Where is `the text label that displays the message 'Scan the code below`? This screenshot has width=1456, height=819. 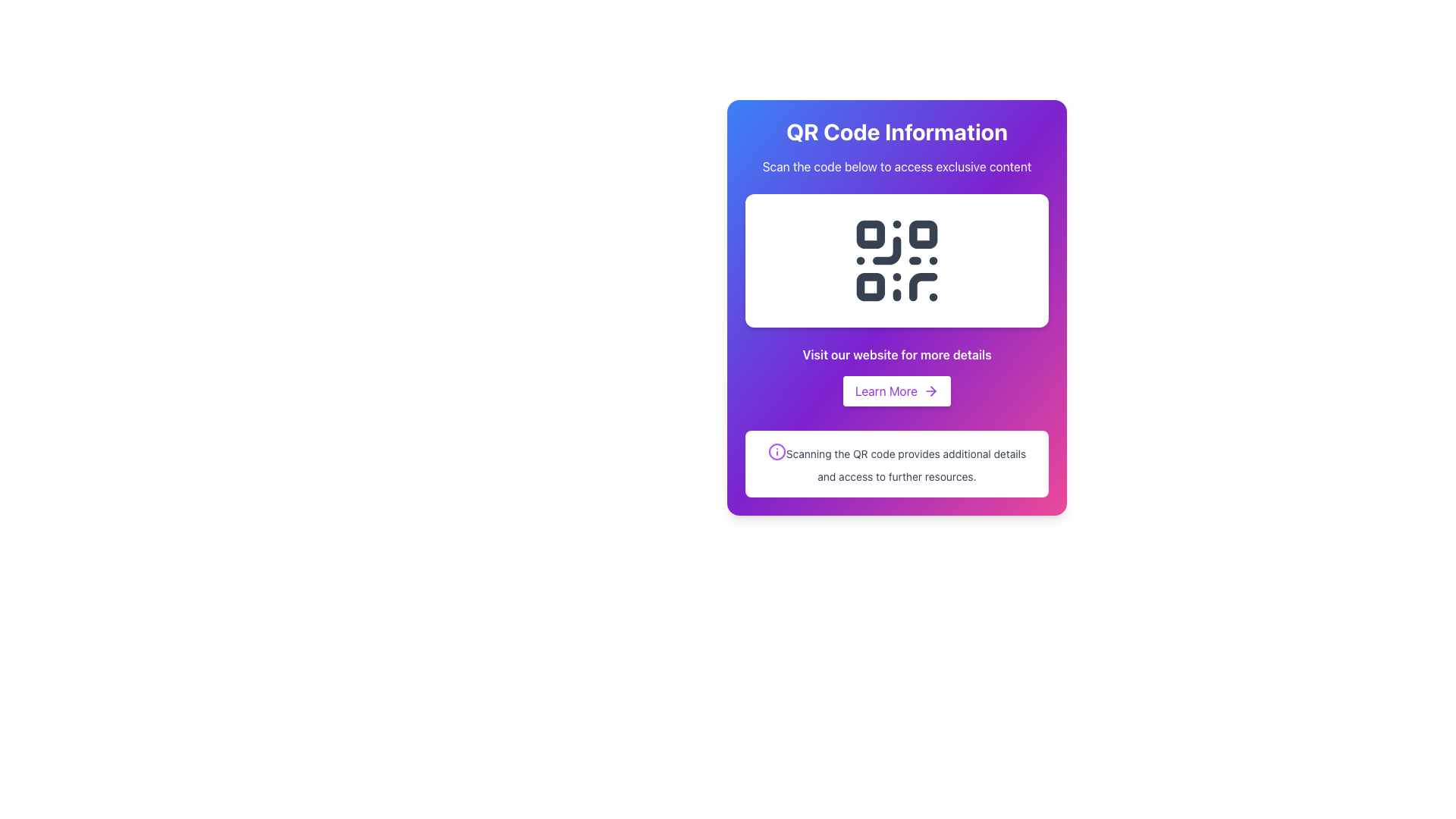 the text label that displays the message 'Scan the code below is located at coordinates (896, 166).